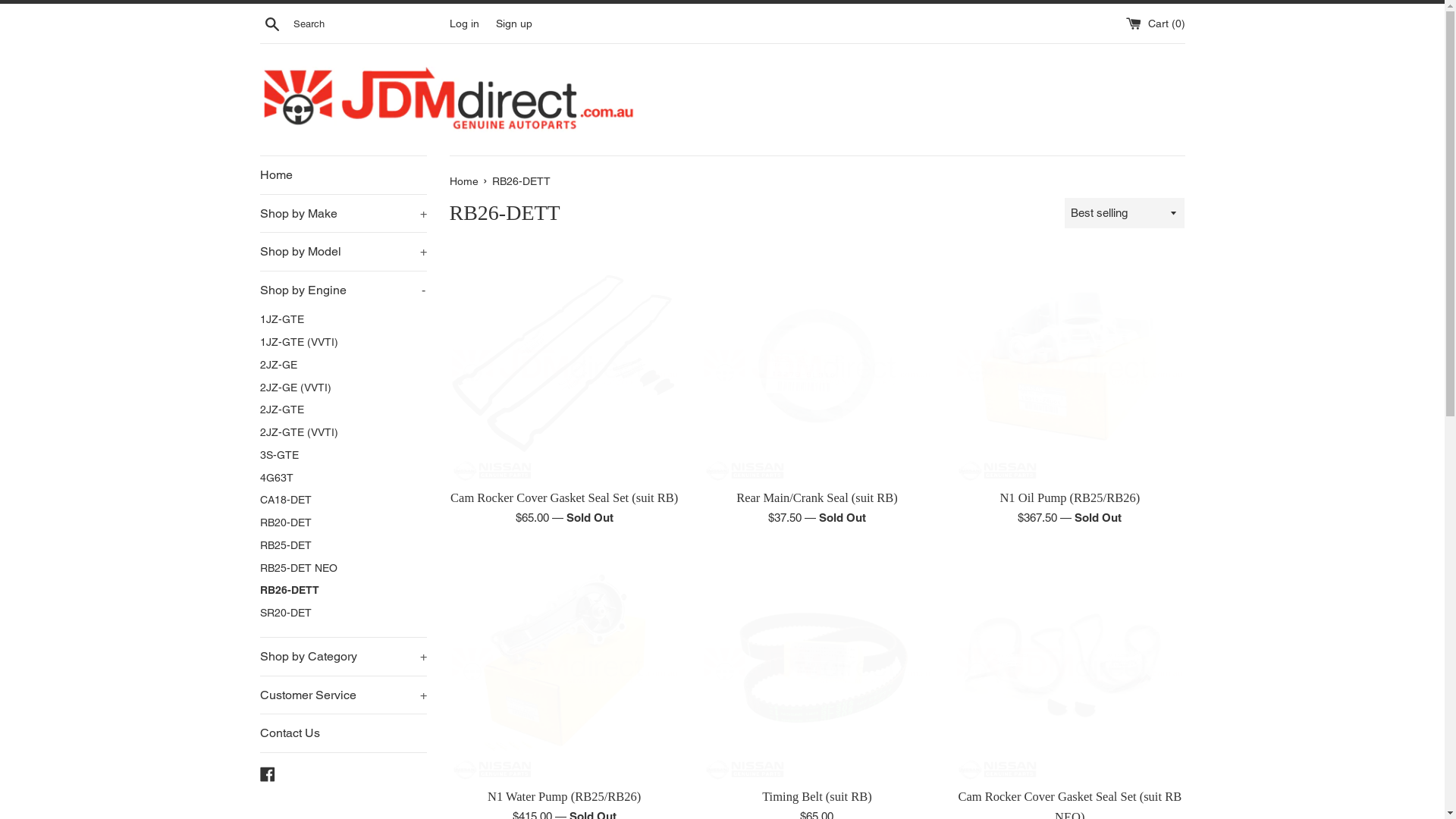 This screenshot has height=819, width=1456. I want to click on '1JZ-GTE (VVTI)', so click(341, 342).